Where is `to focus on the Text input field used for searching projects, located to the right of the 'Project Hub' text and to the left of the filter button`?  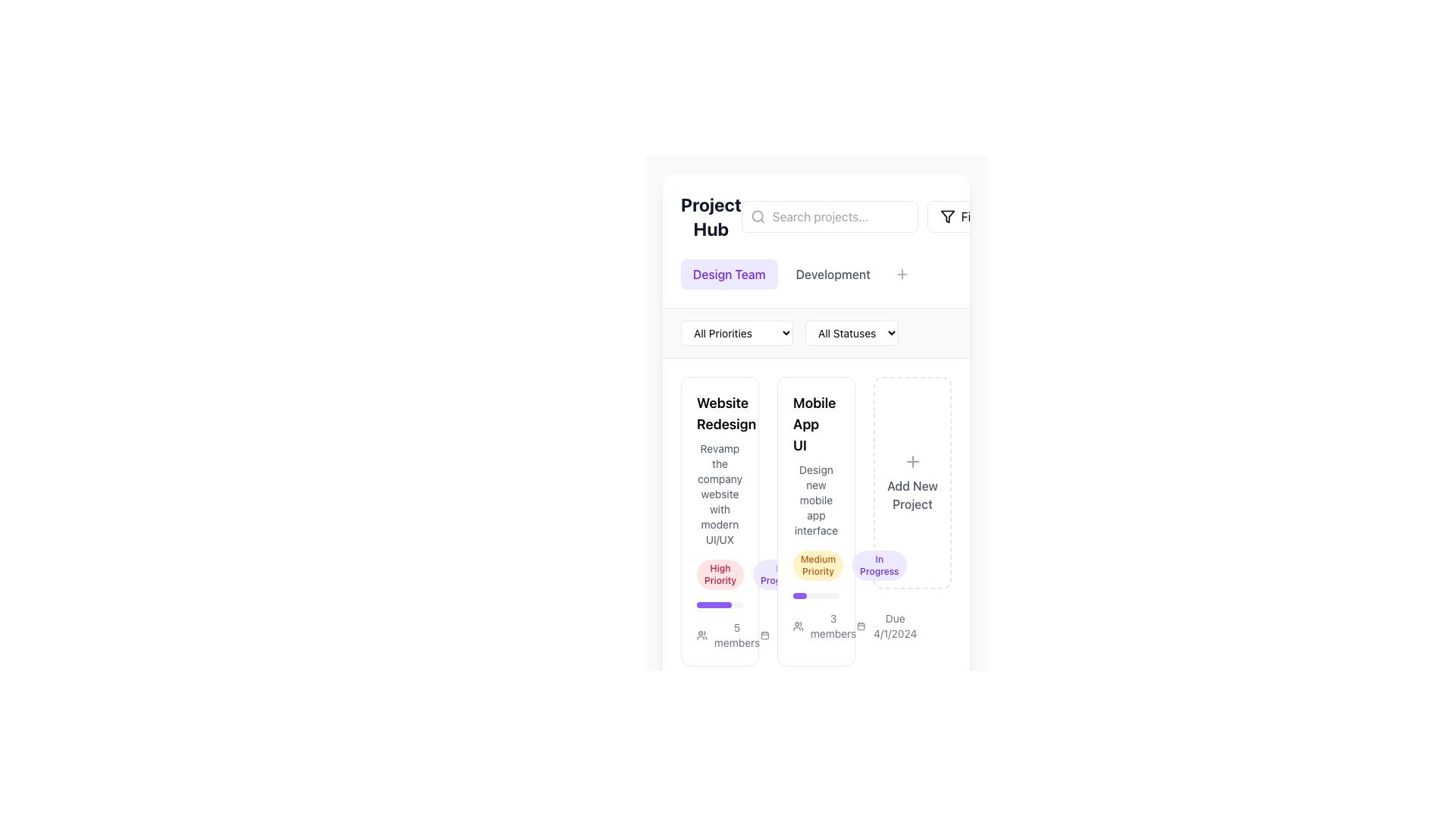 to focus on the Text input field used for searching projects, located to the right of the 'Project Hub' text and to the left of the filter button is located at coordinates (815, 216).